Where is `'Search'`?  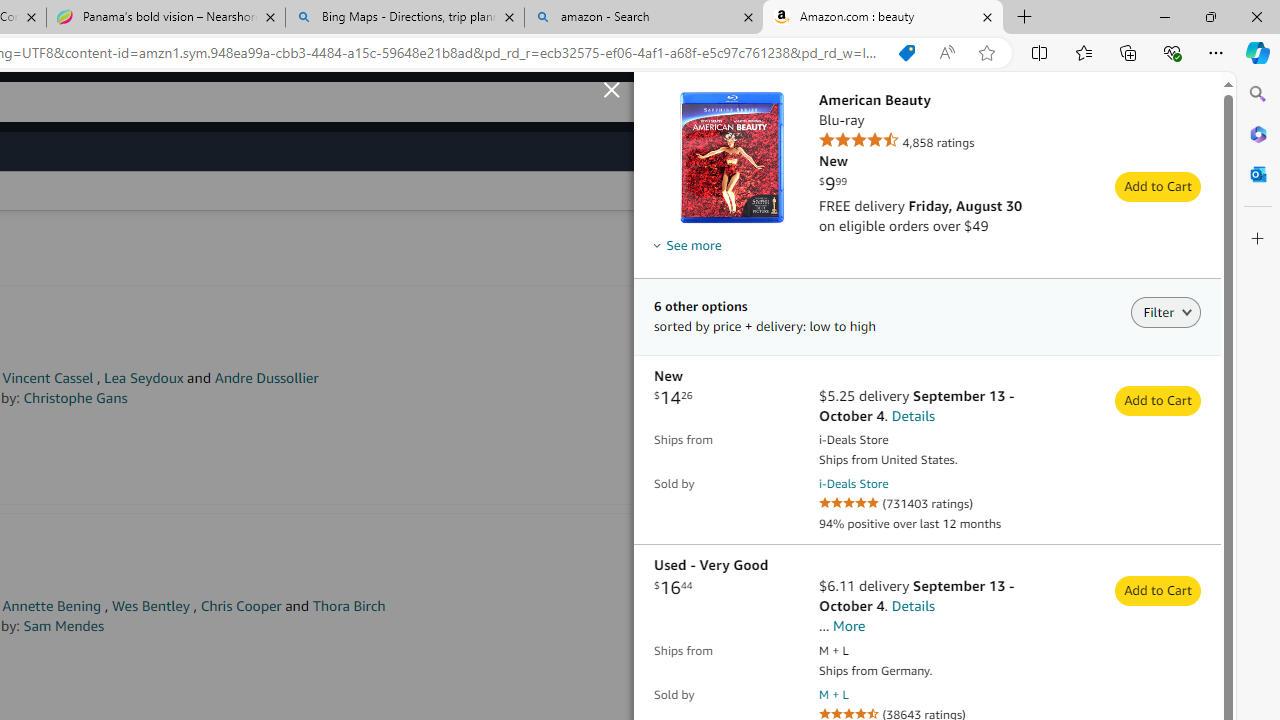 'Search' is located at coordinates (1257, 94).